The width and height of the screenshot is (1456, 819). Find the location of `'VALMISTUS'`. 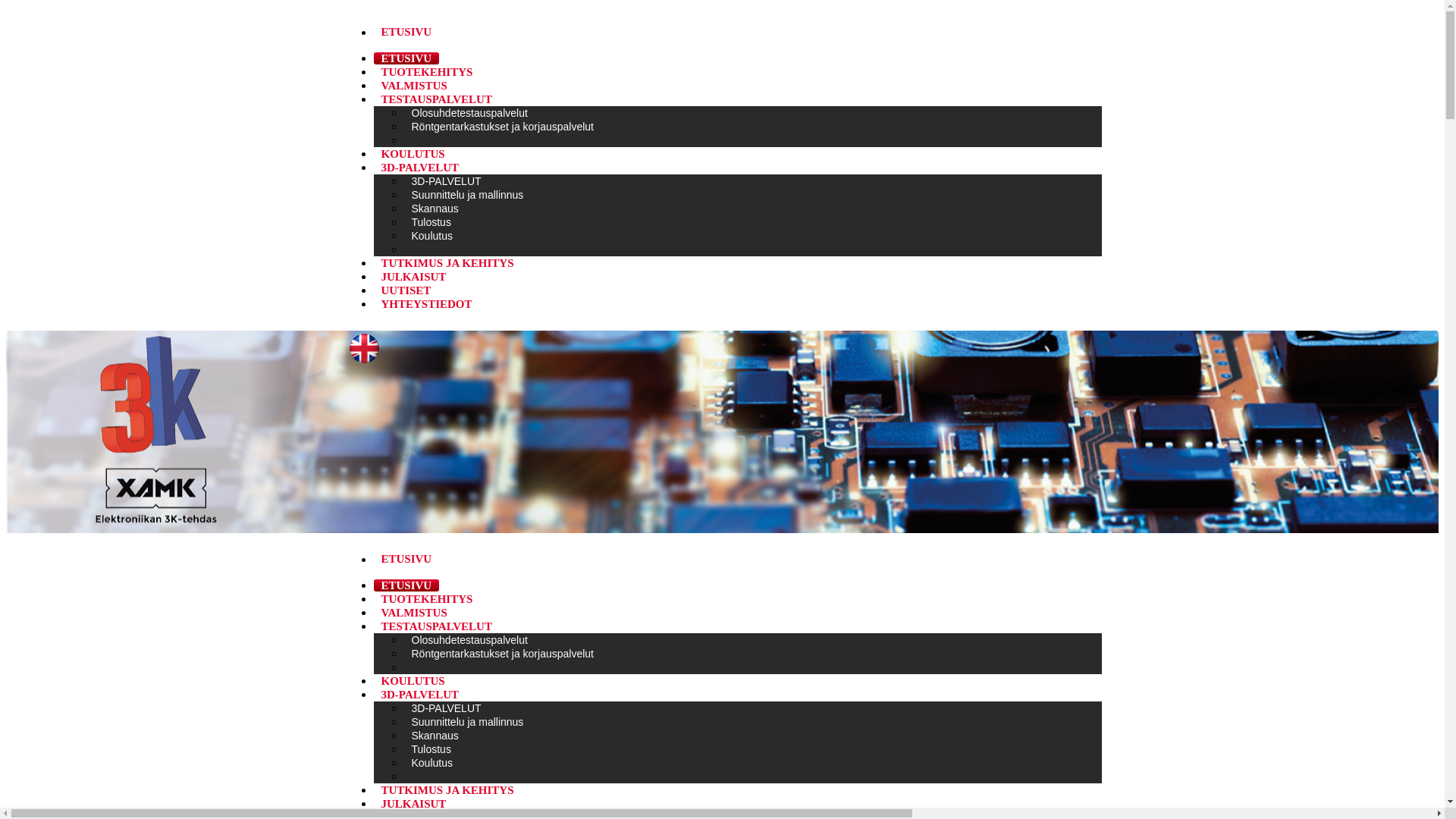

'VALMISTUS' is located at coordinates (372, 85).